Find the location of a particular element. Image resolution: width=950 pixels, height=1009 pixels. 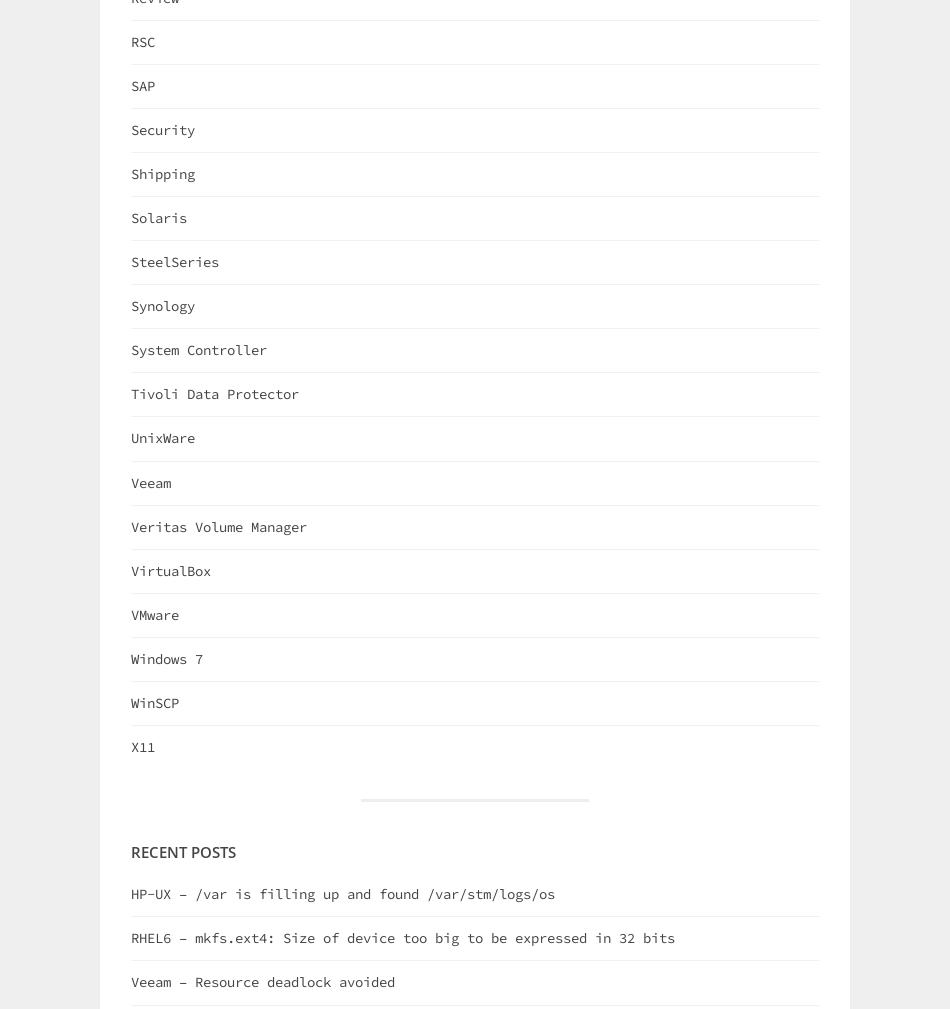

'Veeam – Resource deadlock avoided' is located at coordinates (131, 981).